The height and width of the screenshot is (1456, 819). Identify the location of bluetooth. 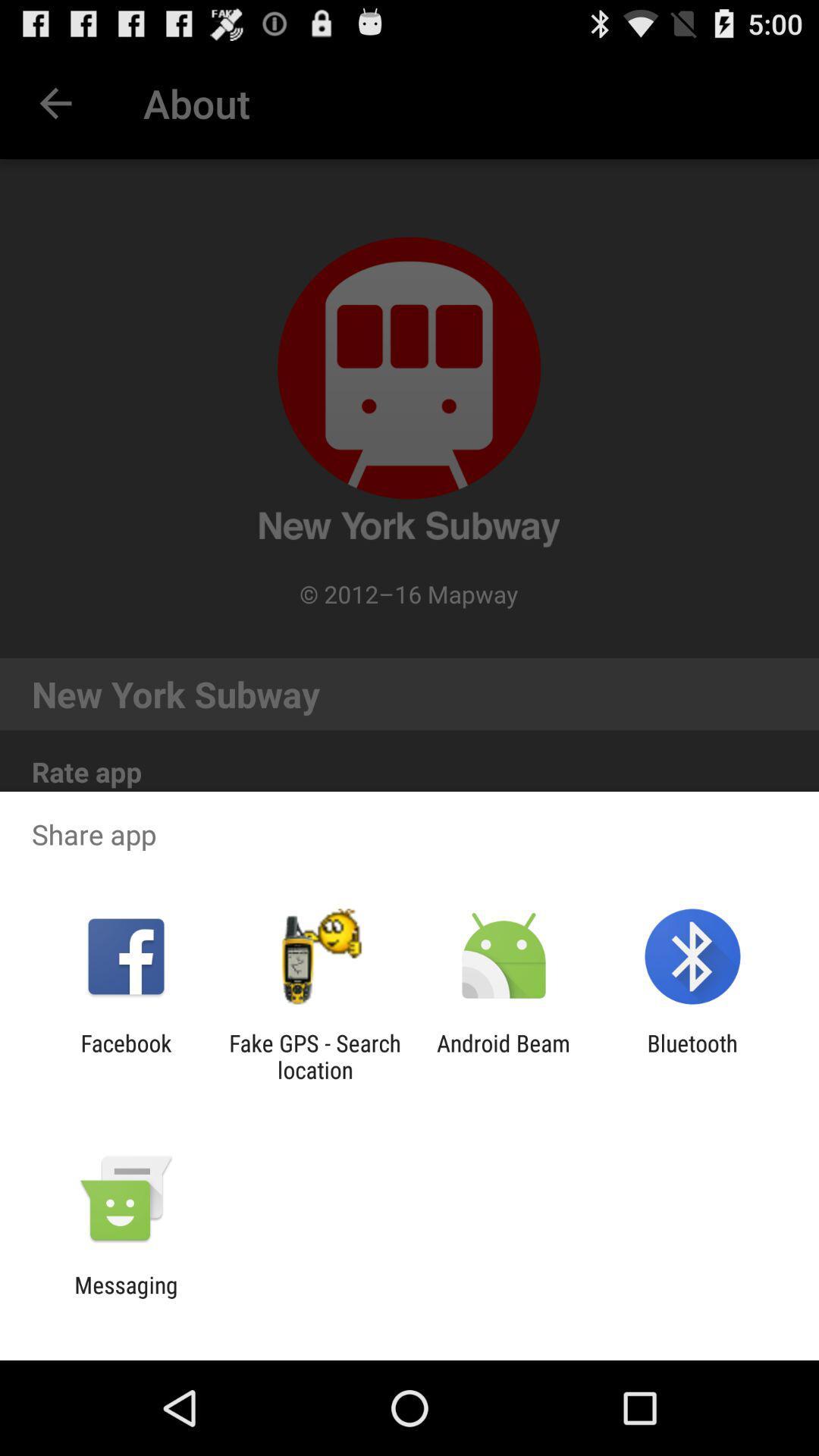
(692, 1056).